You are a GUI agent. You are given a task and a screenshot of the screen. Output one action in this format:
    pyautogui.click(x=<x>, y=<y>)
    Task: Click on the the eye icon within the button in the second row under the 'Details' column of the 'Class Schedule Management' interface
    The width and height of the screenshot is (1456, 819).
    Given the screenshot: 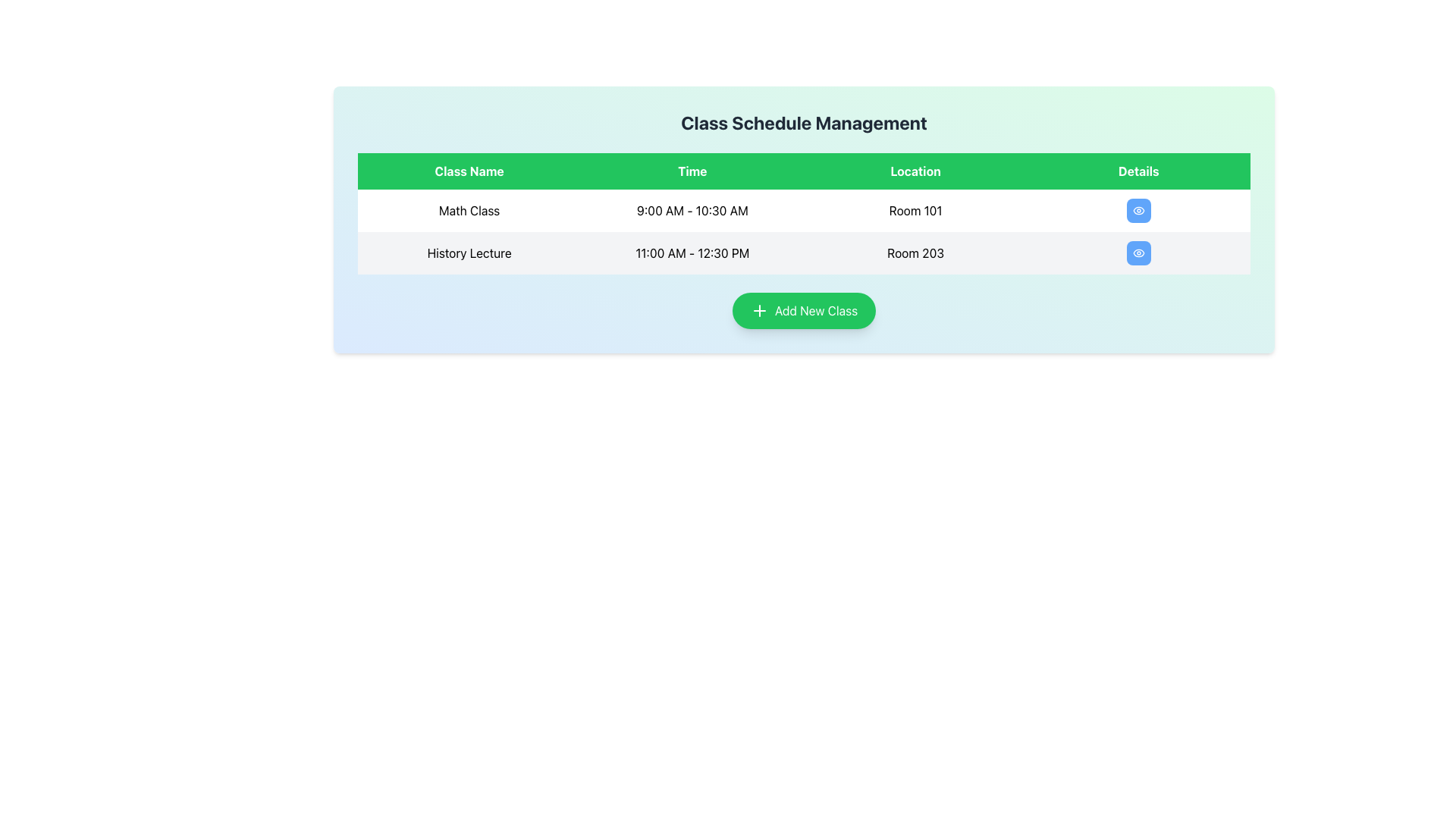 What is the action you would take?
    pyautogui.click(x=1138, y=210)
    